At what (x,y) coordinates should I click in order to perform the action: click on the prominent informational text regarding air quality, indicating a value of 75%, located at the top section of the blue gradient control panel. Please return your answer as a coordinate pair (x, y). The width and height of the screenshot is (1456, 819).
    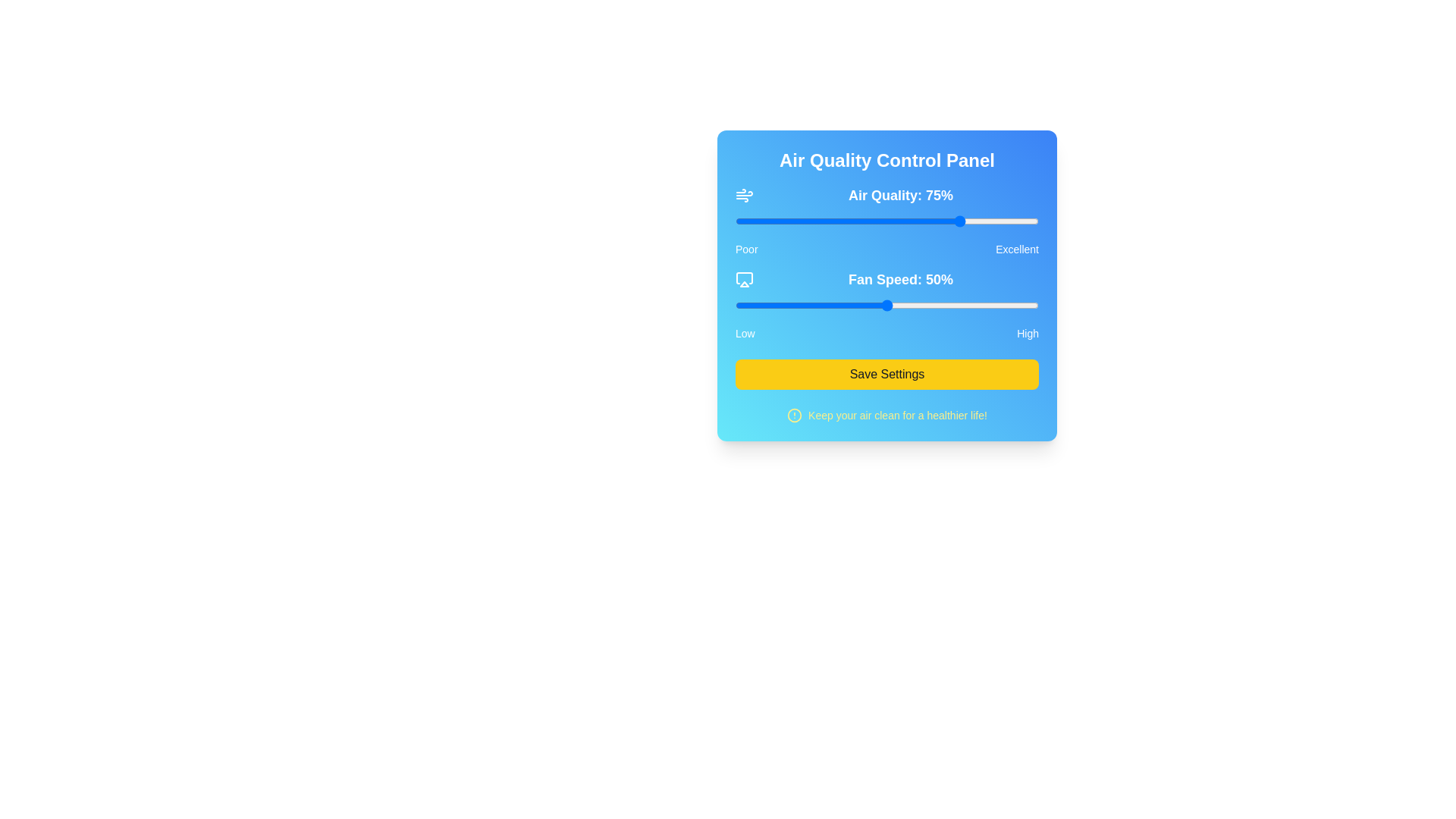
    Looking at the image, I should click on (887, 195).